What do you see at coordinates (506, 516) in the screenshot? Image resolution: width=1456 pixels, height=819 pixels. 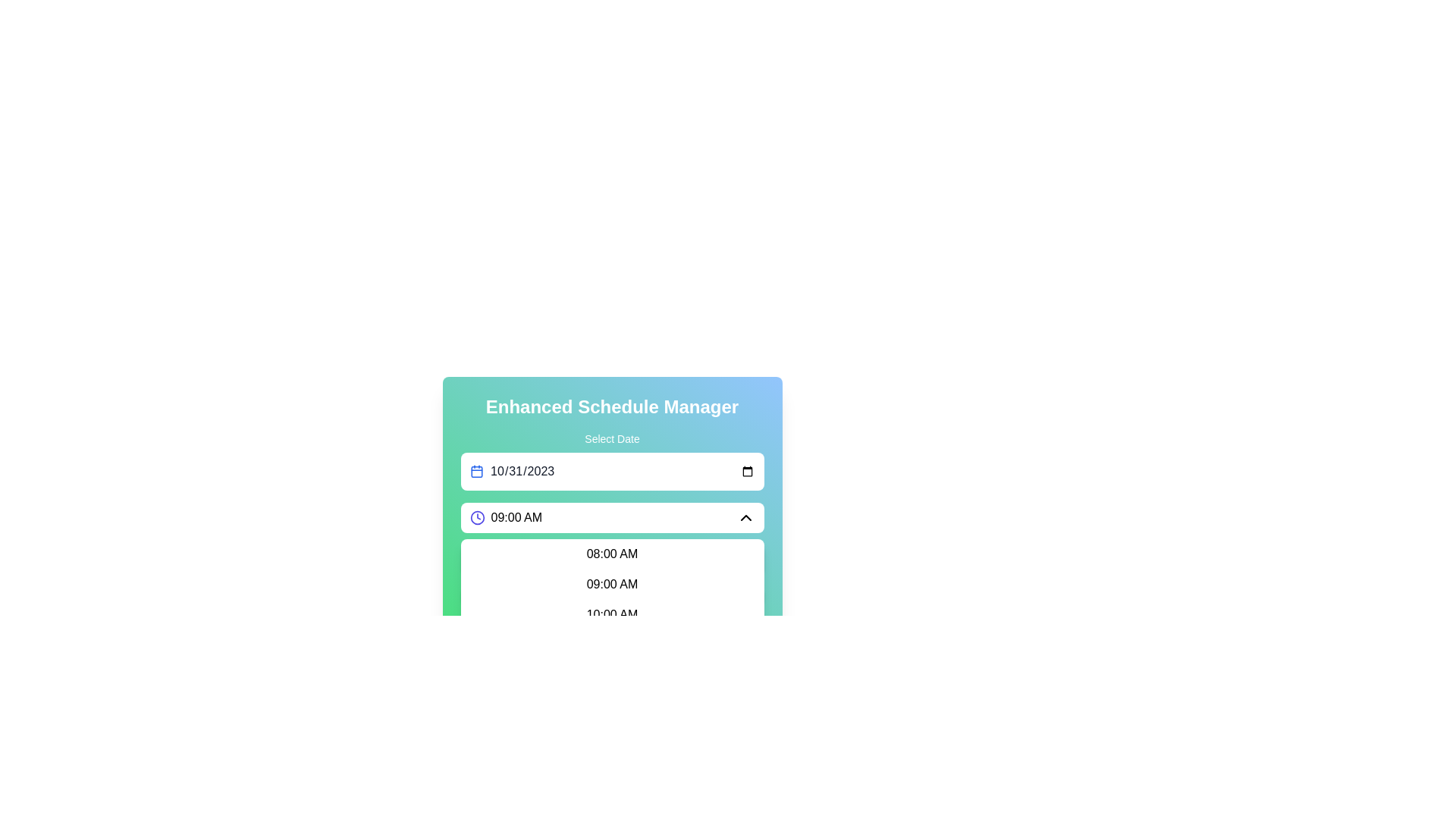 I see `the Time Indicator, which displays the time '09:00 AM' next to a blue clock icon` at bounding box center [506, 516].